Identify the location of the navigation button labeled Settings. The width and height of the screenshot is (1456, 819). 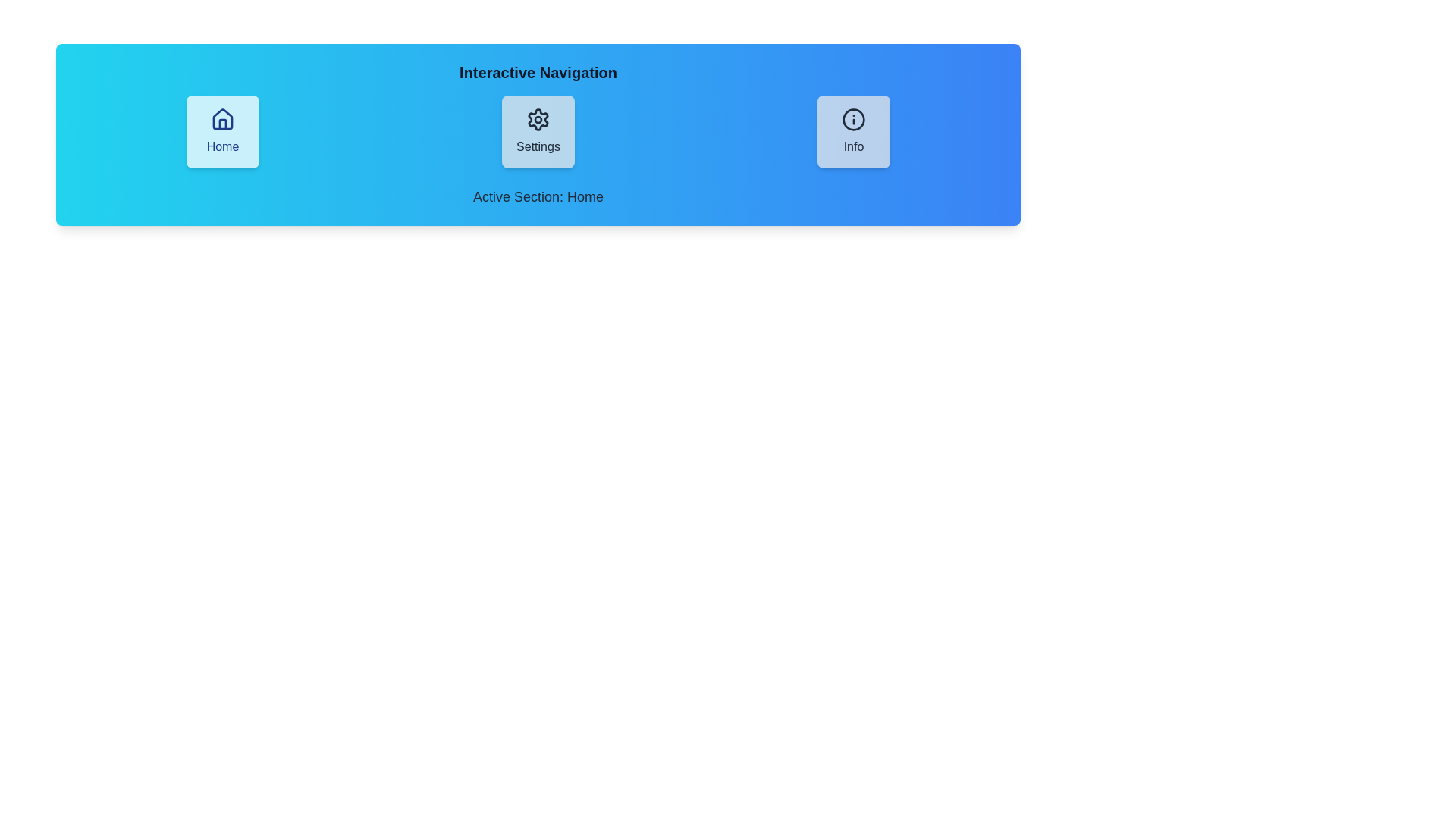
(538, 130).